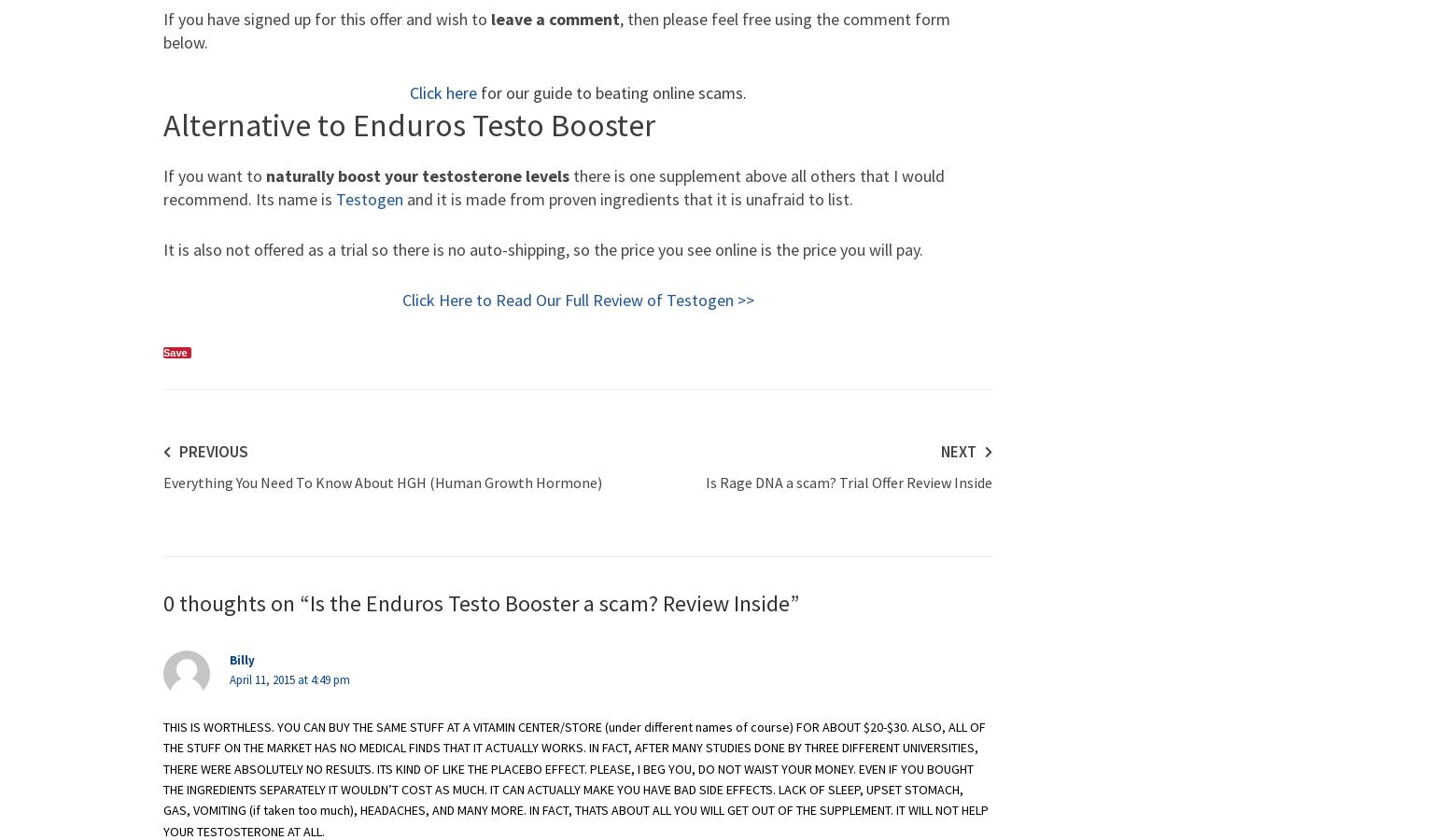 The height and width of the screenshot is (840, 1447). Describe the element at coordinates (556, 30) in the screenshot. I see `', then please feel free using the comment form below.'` at that location.